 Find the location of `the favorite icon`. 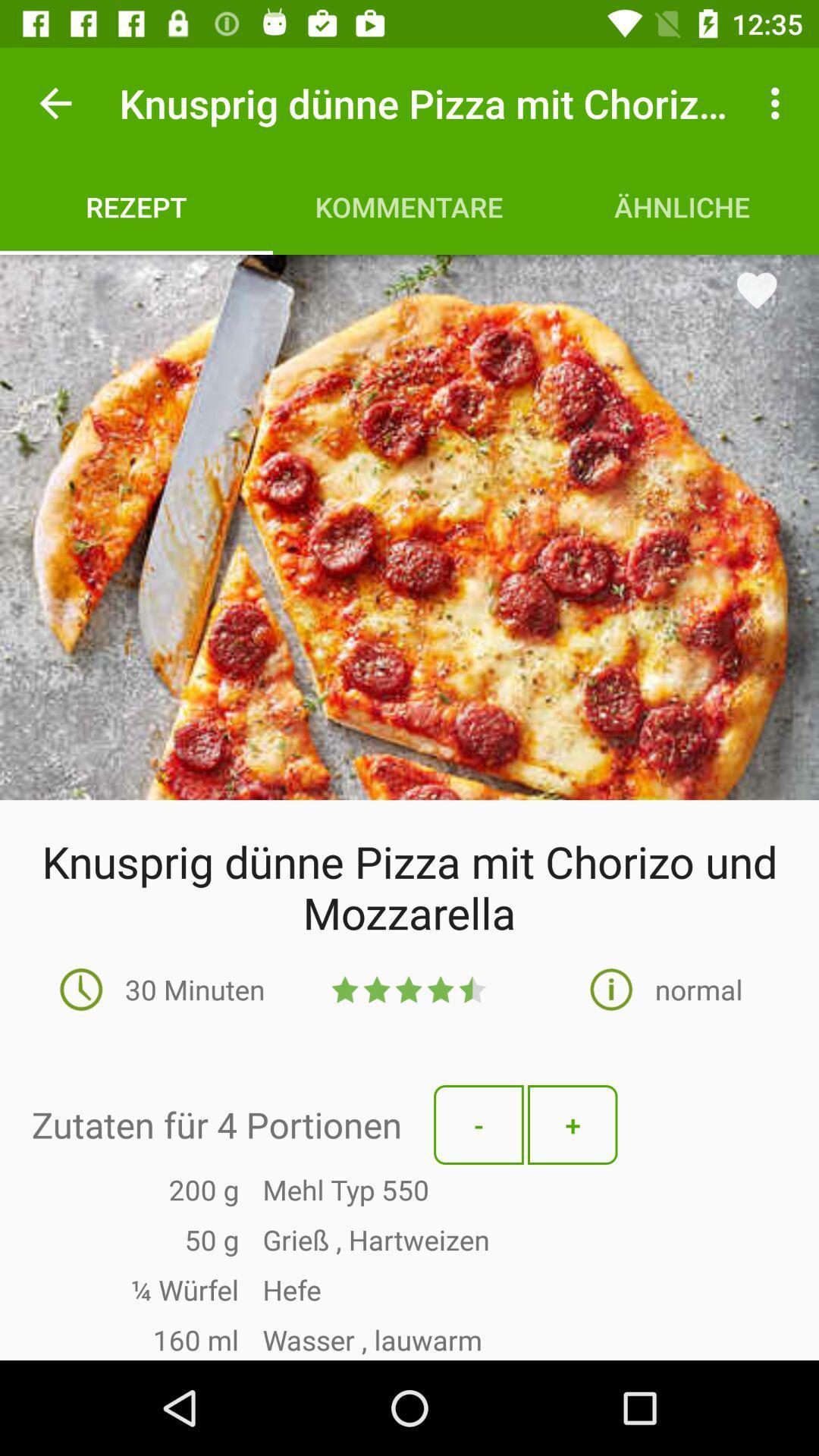

the favorite icon is located at coordinates (757, 290).